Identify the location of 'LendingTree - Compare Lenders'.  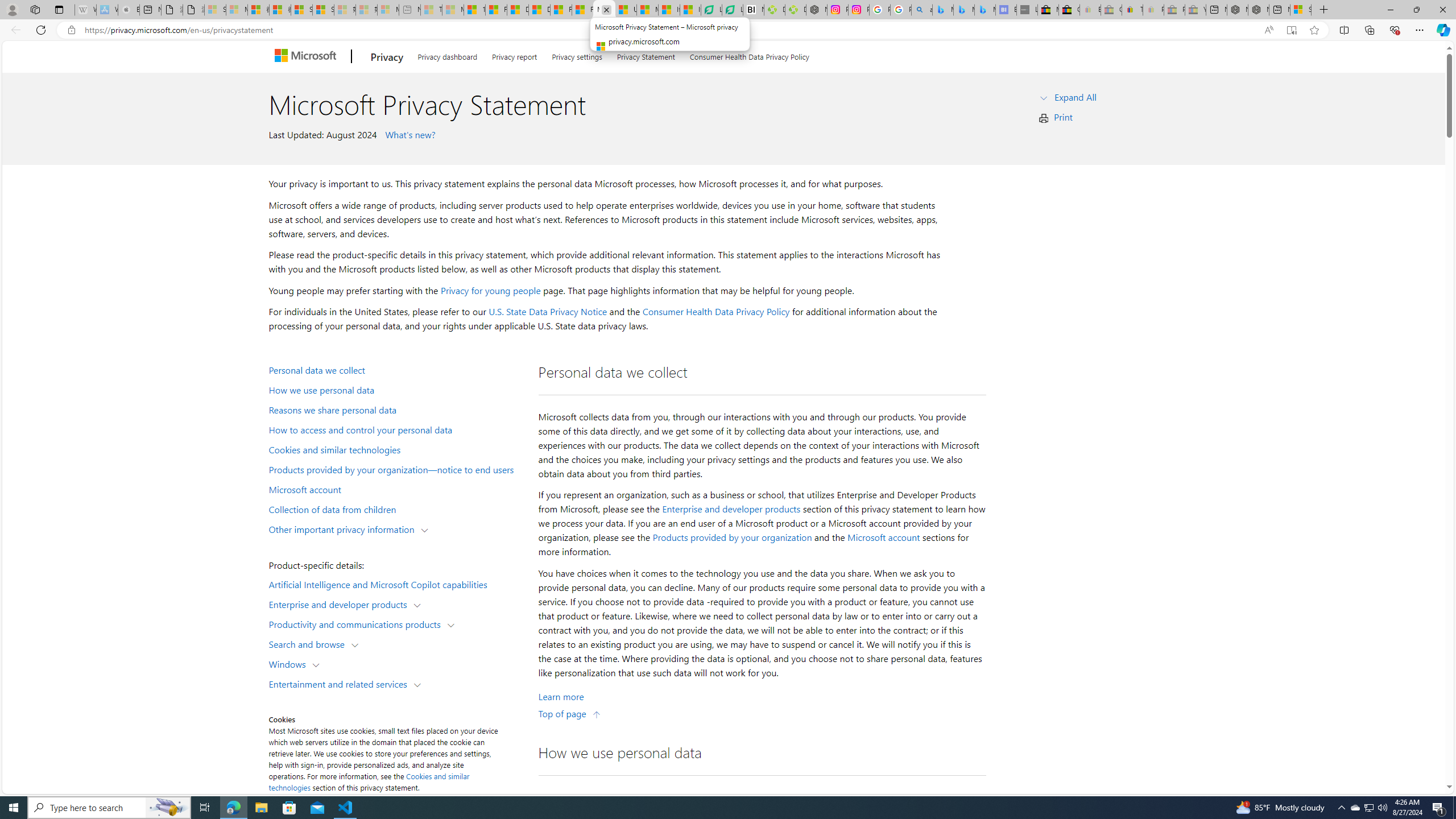
(733, 9).